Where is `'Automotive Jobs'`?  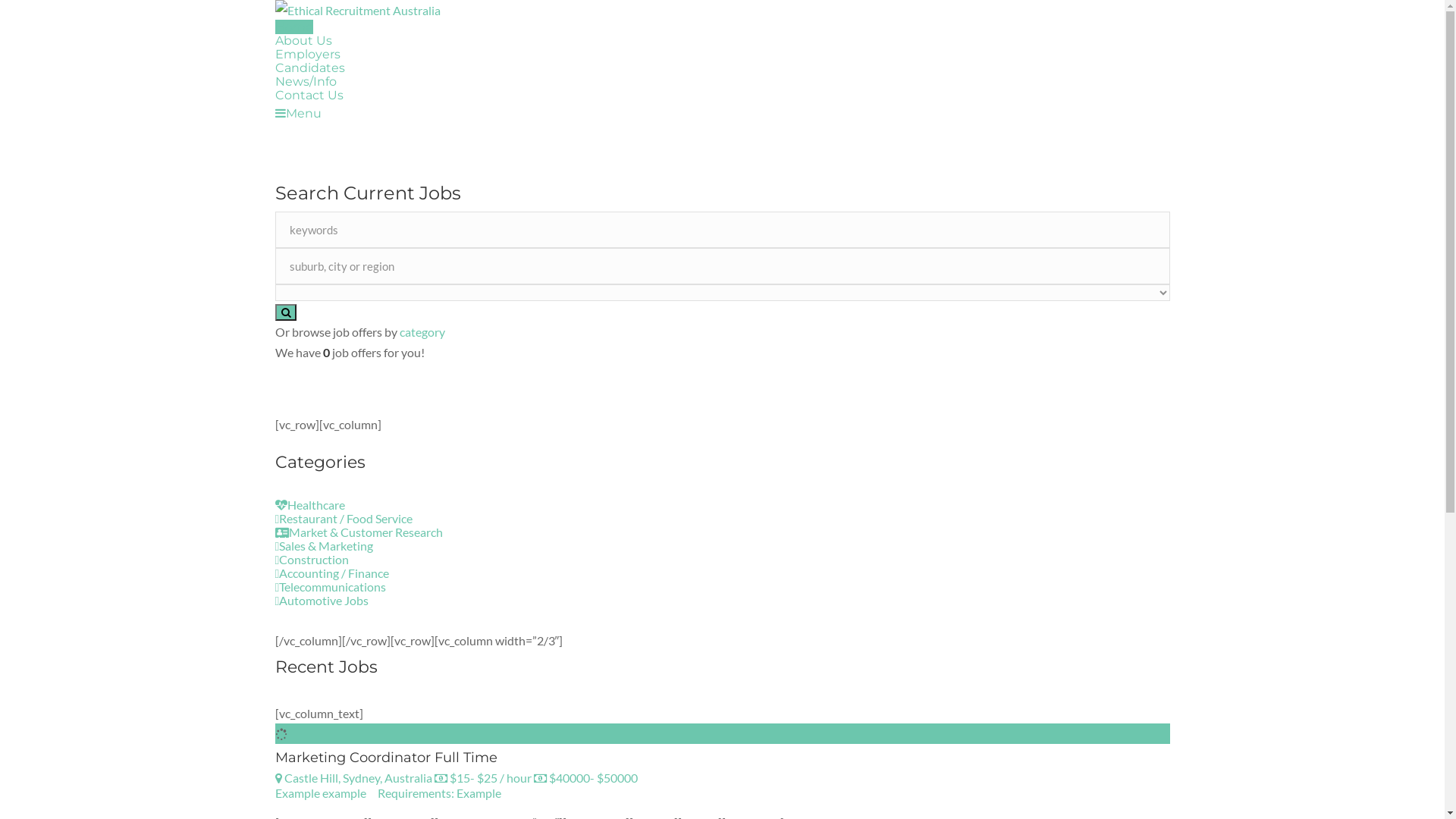
'Automotive Jobs' is located at coordinates (320, 599).